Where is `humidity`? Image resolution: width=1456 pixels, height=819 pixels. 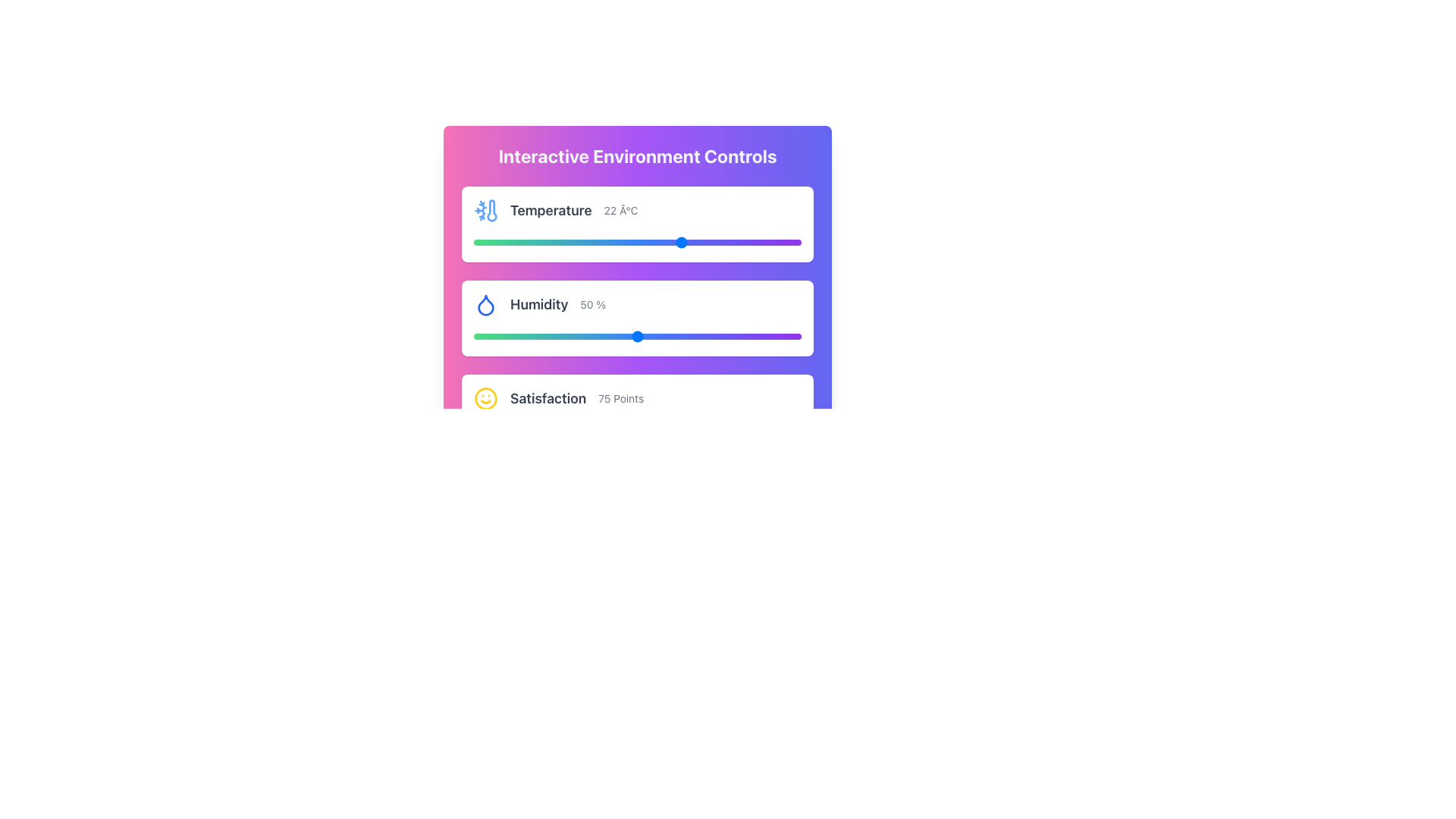
humidity is located at coordinates (631, 335).